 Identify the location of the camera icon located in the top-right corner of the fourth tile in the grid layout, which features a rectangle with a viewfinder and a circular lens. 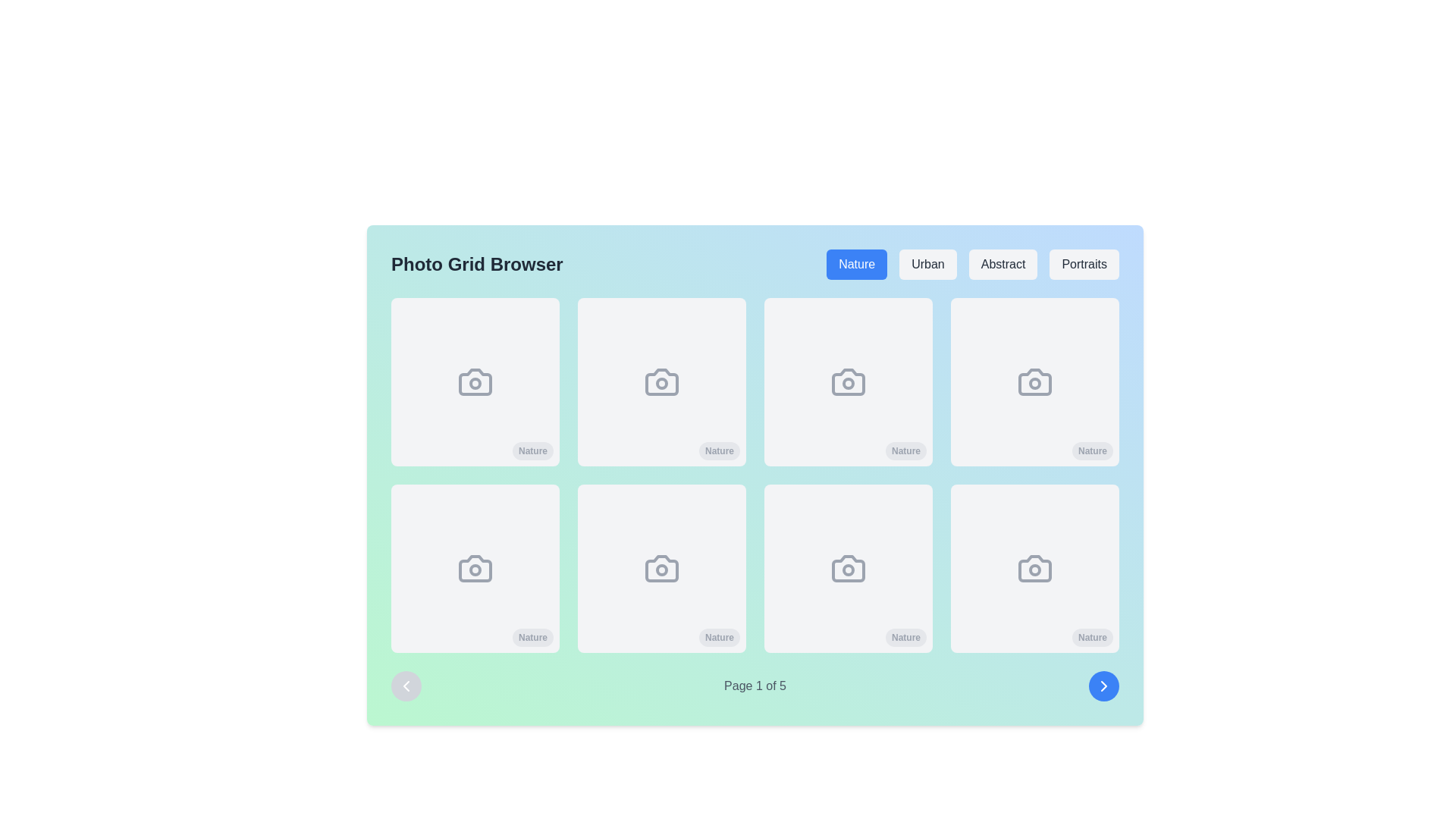
(1034, 381).